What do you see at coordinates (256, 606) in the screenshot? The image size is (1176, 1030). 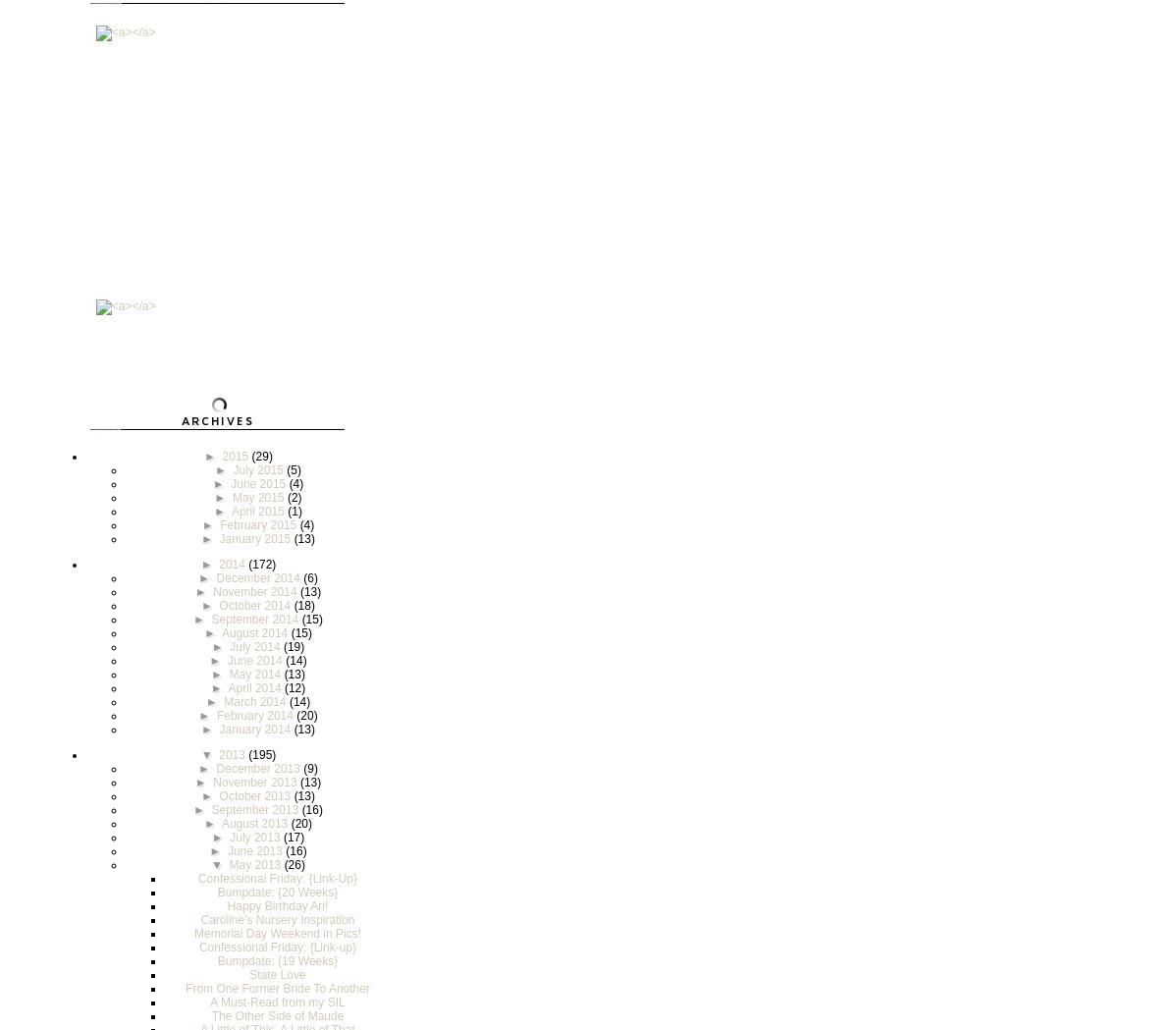 I see `'October 2014'` at bounding box center [256, 606].